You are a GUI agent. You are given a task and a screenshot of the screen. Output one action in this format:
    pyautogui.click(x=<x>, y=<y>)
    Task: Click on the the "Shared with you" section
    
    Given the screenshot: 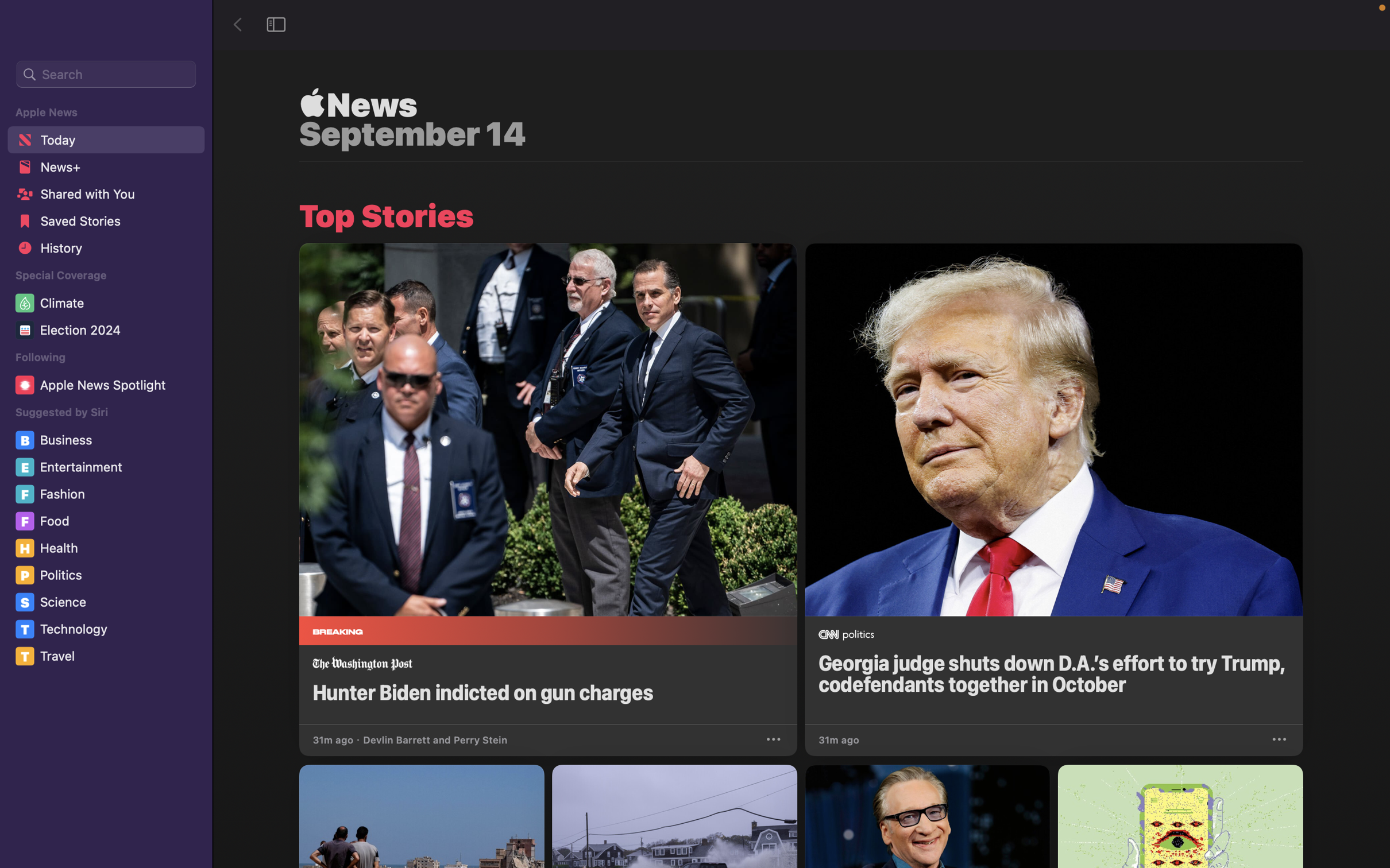 What is the action you would take?
    pyautogui.click(x=104, y=197)
    